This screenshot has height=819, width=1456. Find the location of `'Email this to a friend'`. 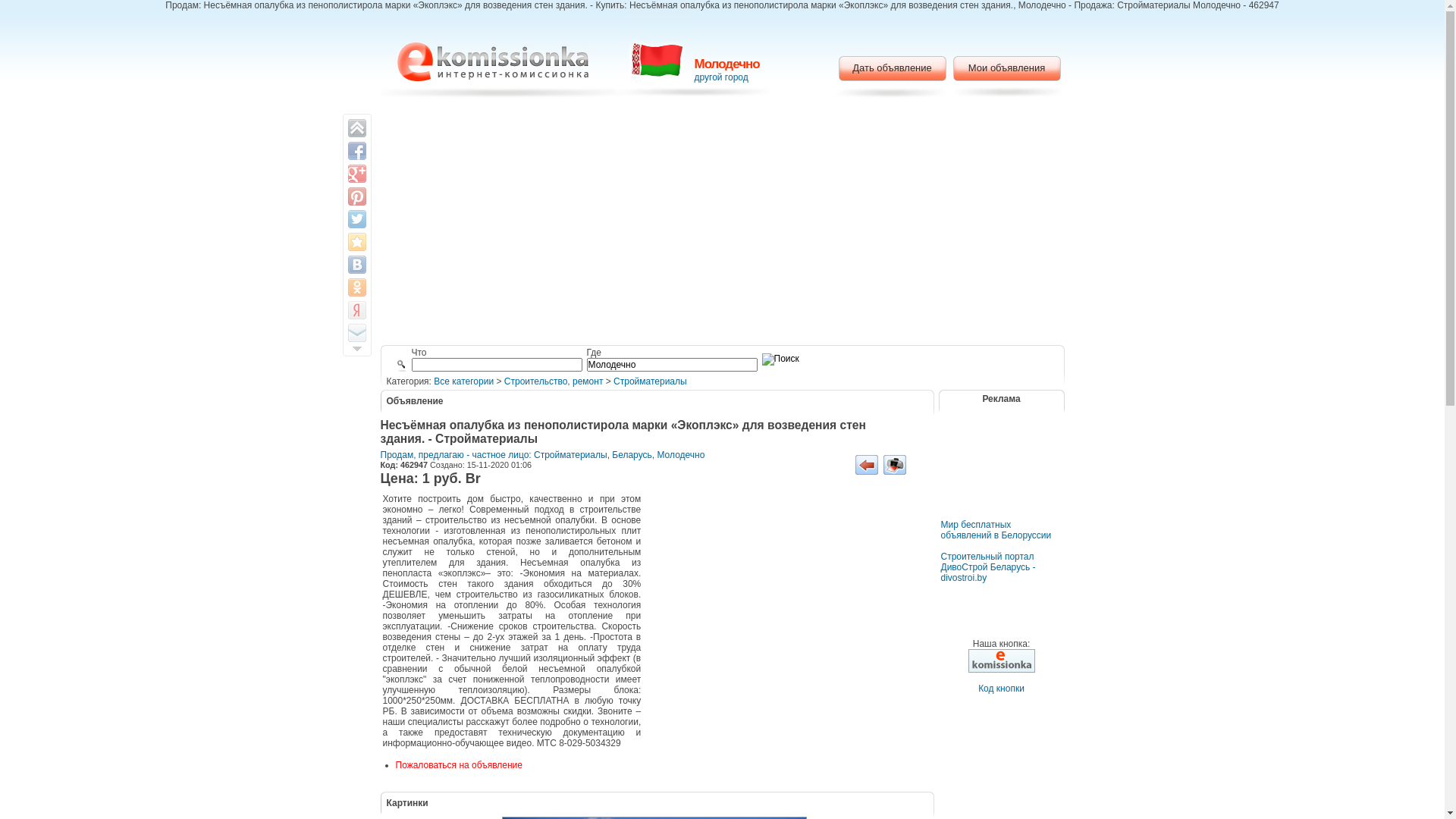

'Email this to a friend' is located at coordinates (346, 332).